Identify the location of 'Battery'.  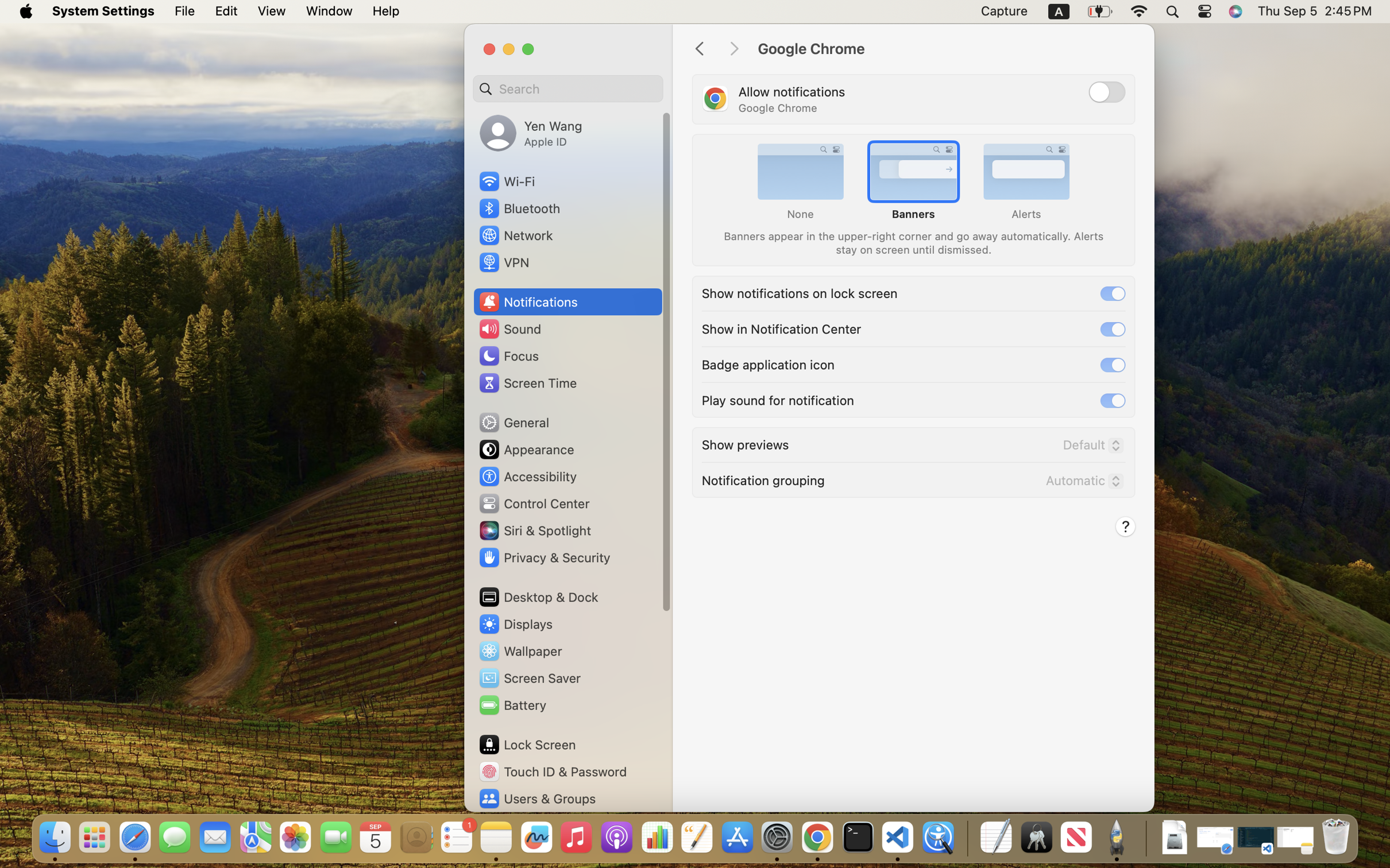
(511, 704).